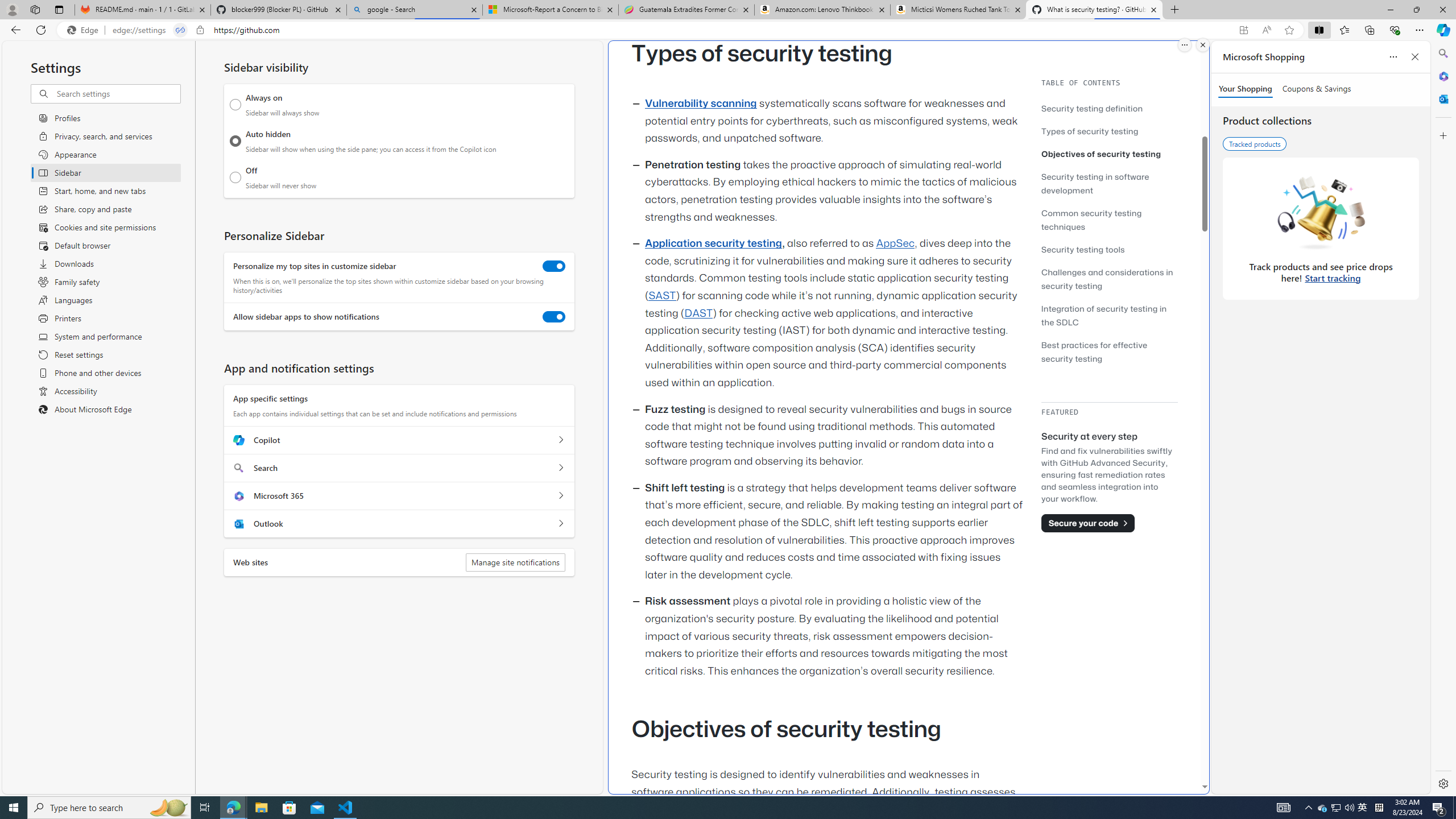 Image resolution: width=1456 pixels, height=819 pixels. What do you see at coordinates (1106, 279) in the screenshot?
I see `'Challenges and considerations in security testing'` at bounding box center [1106, 279].